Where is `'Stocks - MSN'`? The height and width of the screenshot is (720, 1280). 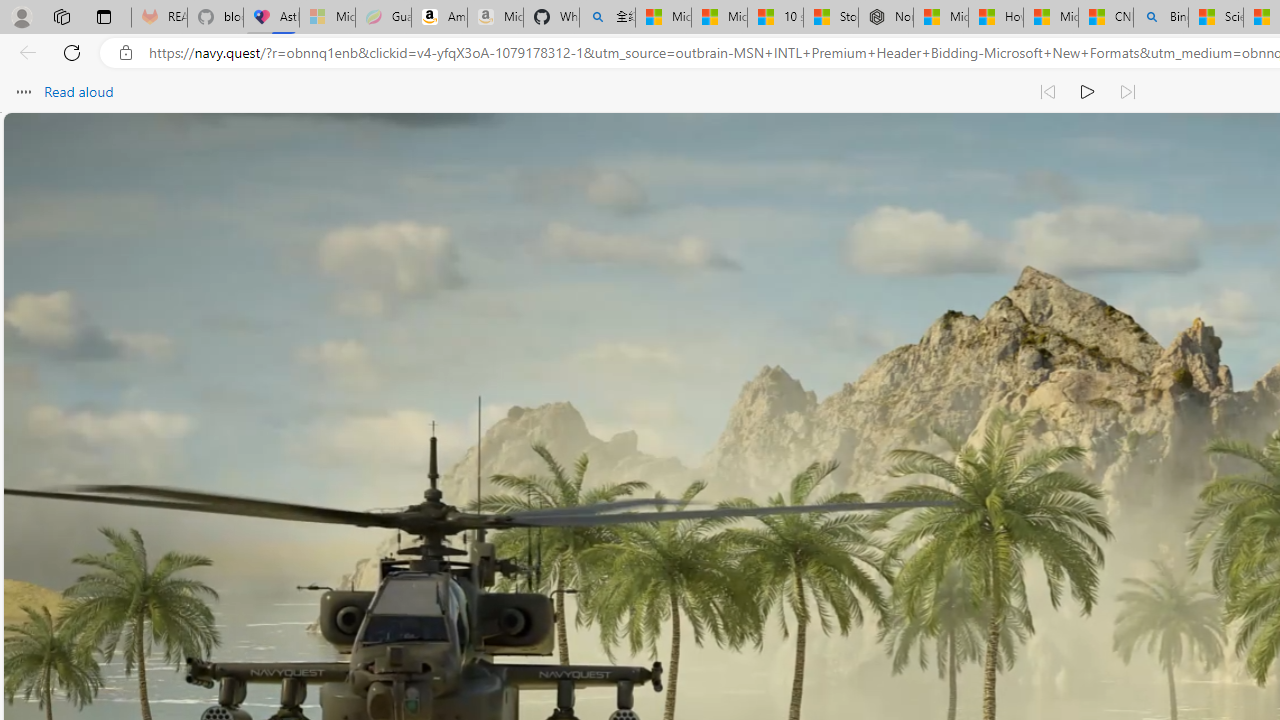 'Stocks - MSN' is located at coordinates (830, 17).